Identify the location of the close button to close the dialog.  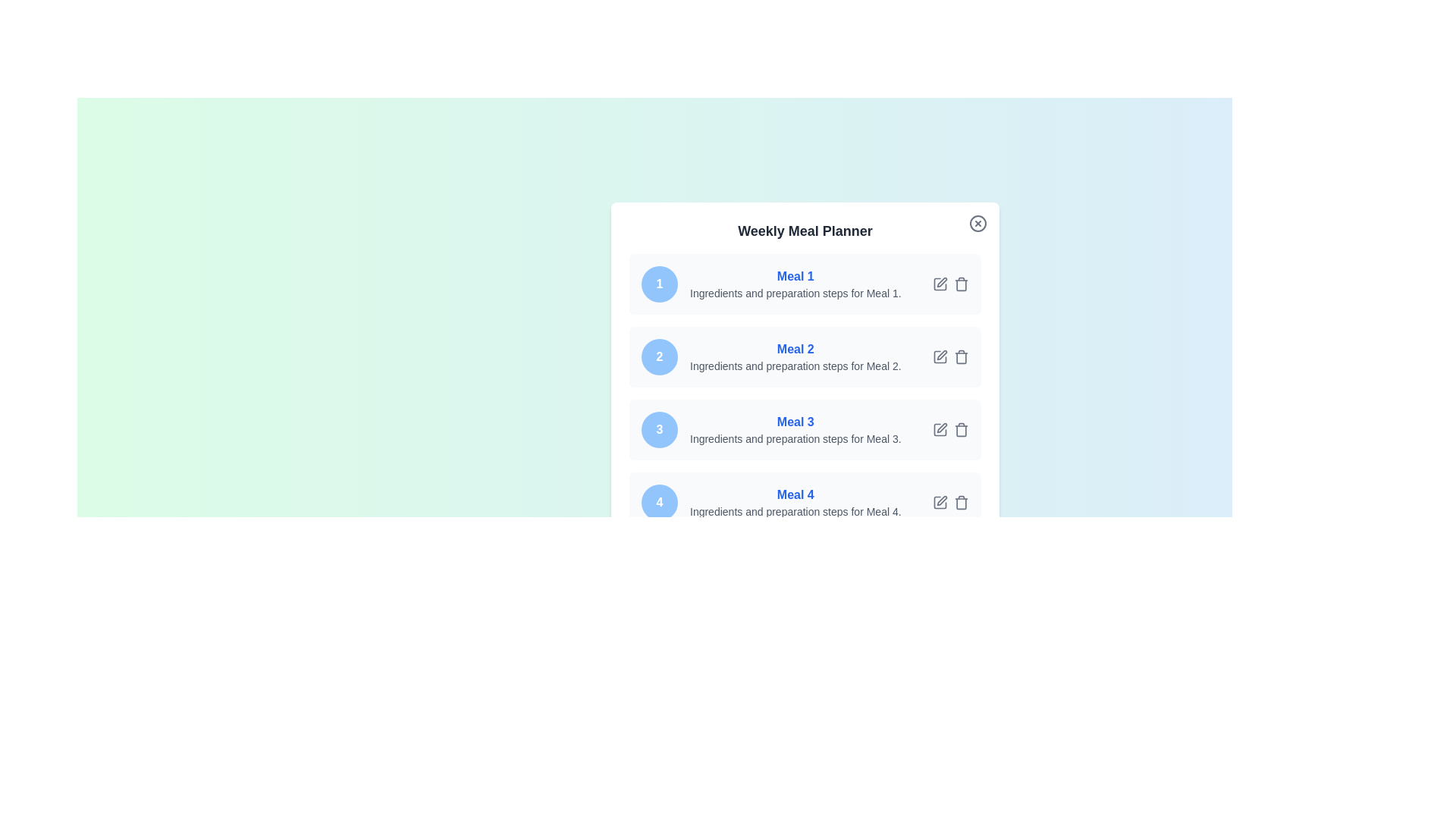
(978, 223).